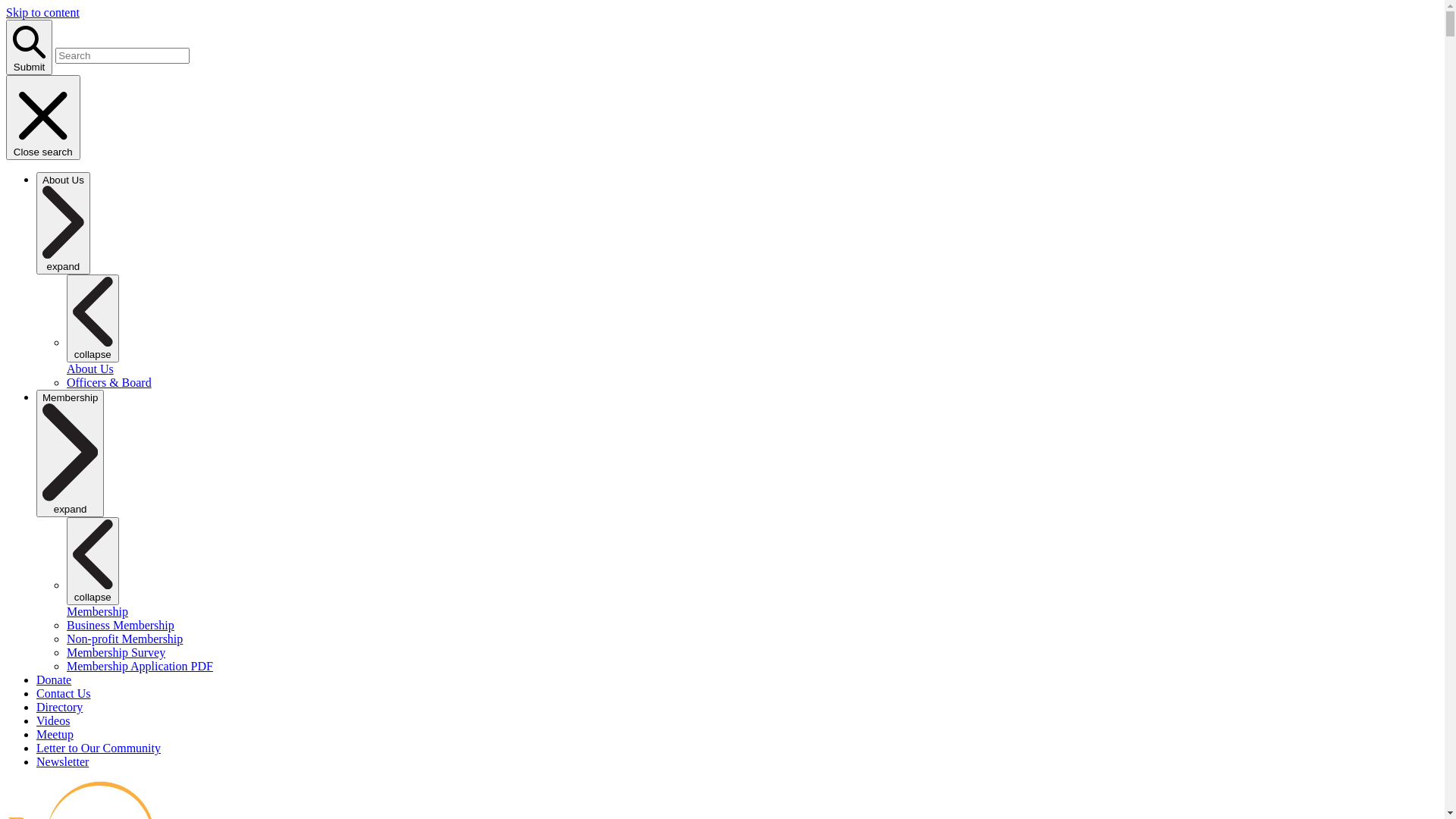 Image resolution: width=1456 pixels, height=819 pixels. Describe the element at coordinates (59, 707) in the screenshot. I see `'Directory'` at that location.